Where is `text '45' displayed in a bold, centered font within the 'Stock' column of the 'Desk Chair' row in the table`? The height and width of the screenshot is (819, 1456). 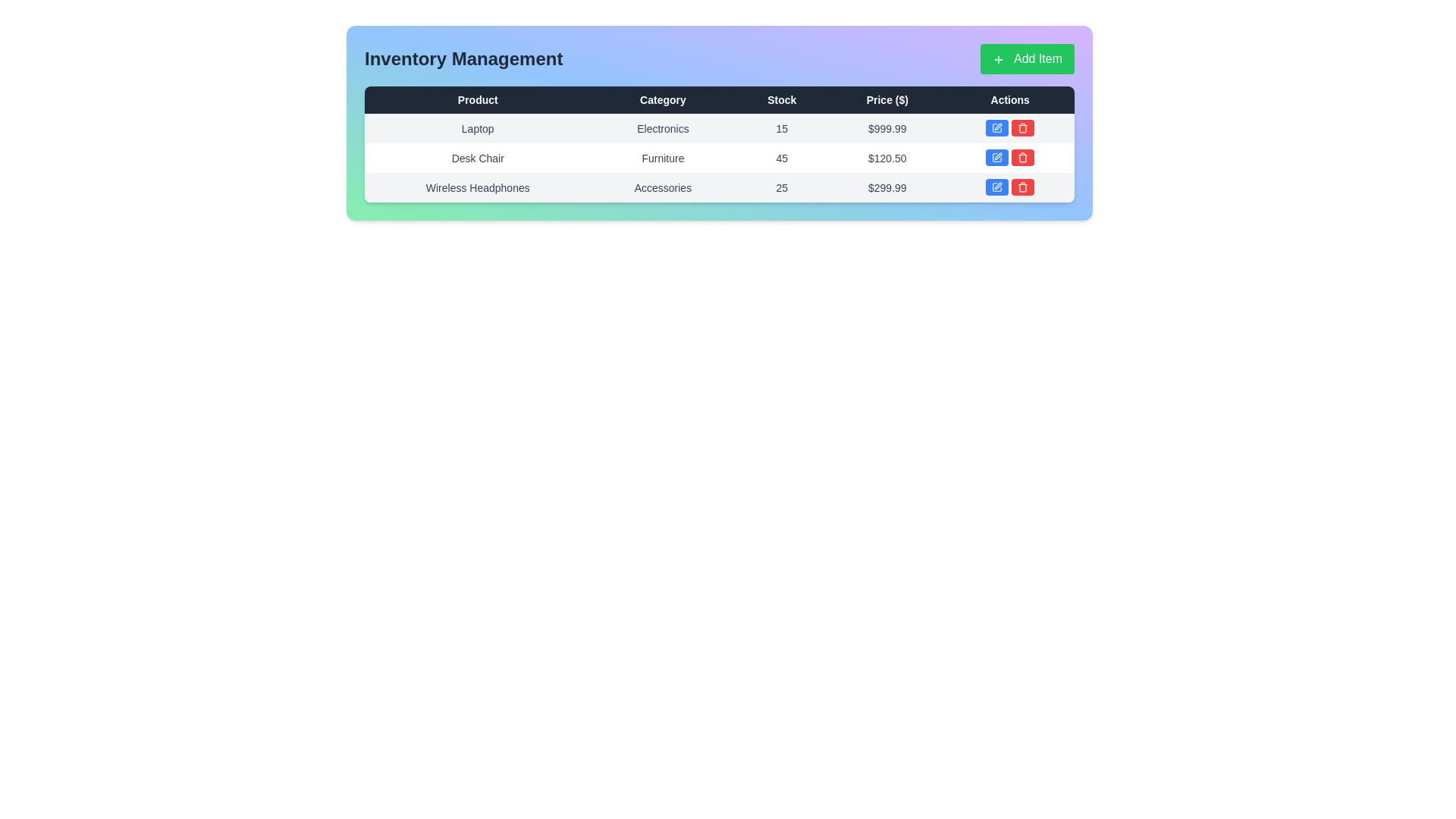
text '45' displayed in a bold, centered font within the 'Stock' column of the 'Desk Chair' row in the table is located at coordinates (782, 158).